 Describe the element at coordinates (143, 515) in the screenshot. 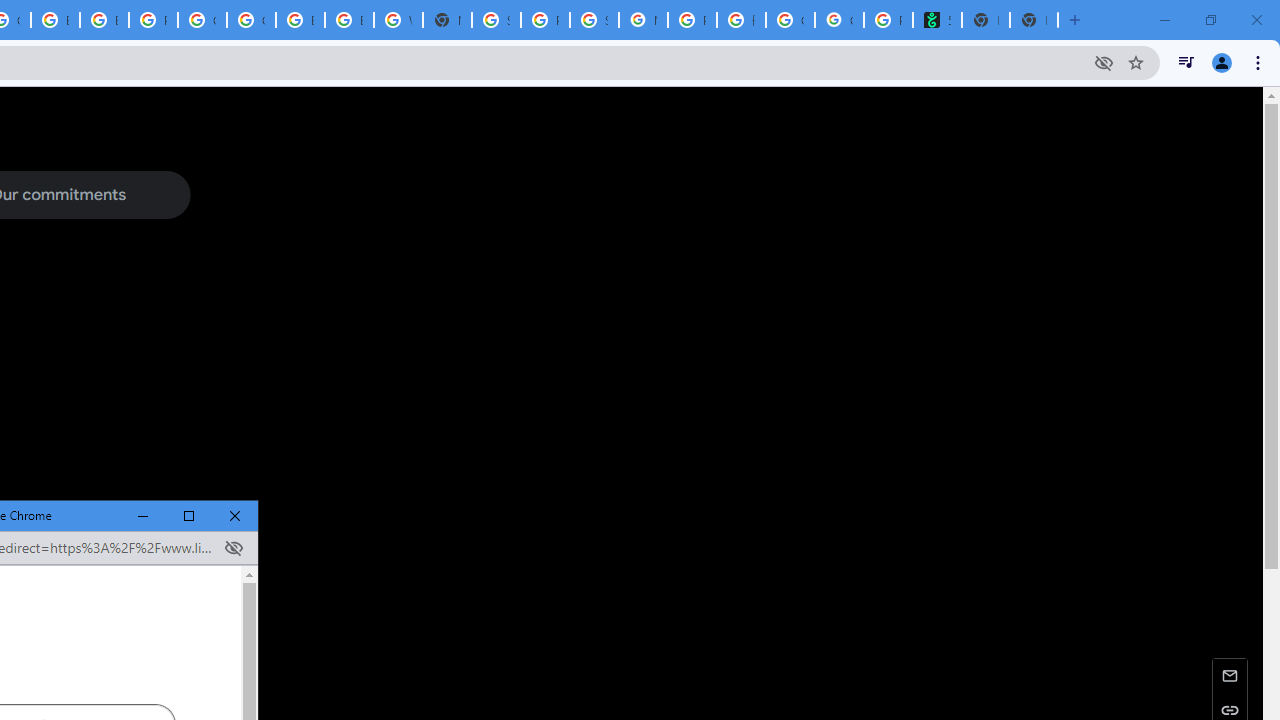

I see `'Minimize'` at that location.